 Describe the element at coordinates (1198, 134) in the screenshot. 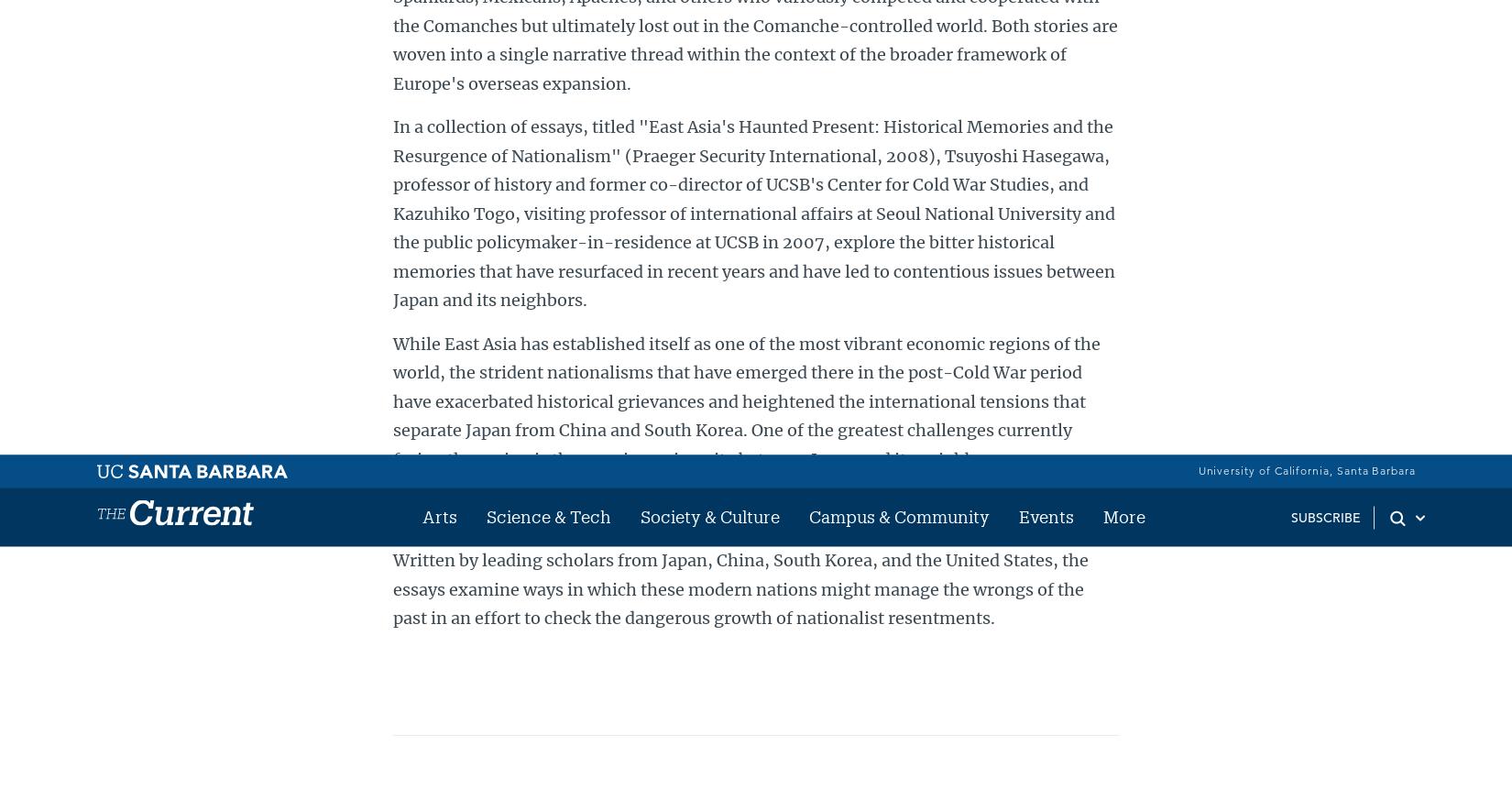

I see `'YouTube'` at that location.